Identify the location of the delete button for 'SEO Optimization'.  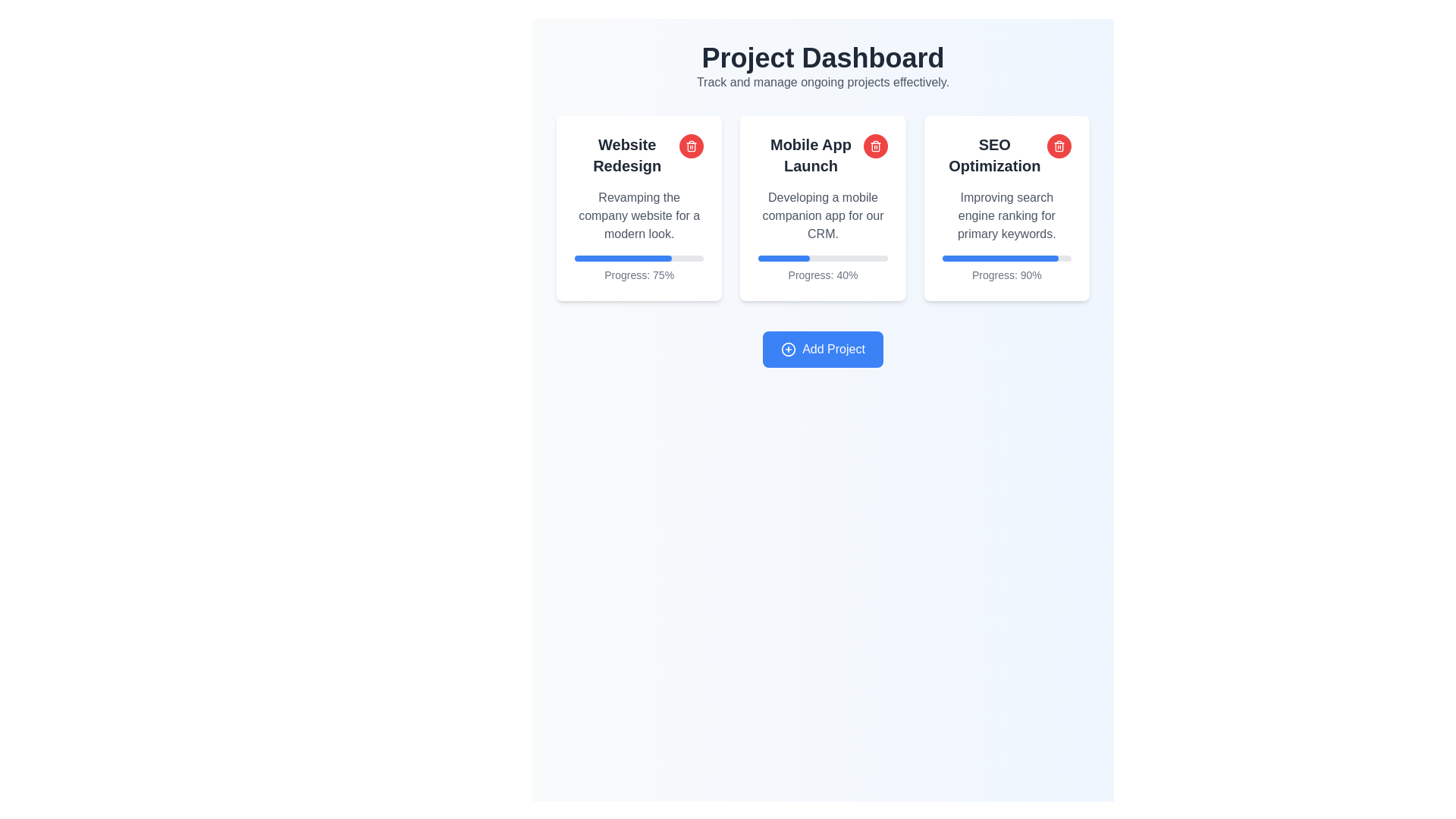
(1058, 146).